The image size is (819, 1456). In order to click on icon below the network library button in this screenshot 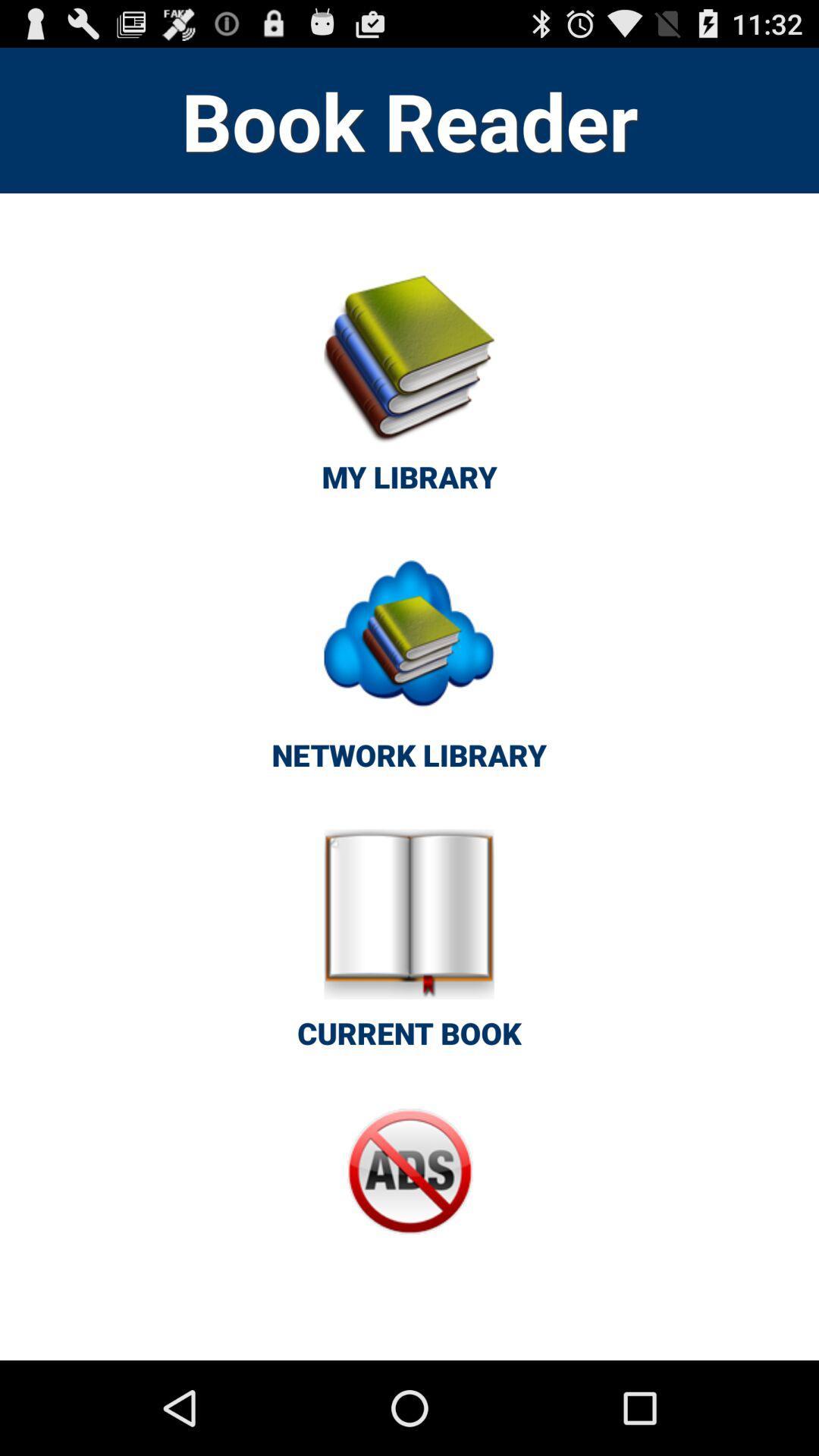, I will do `click(409, 947)`.